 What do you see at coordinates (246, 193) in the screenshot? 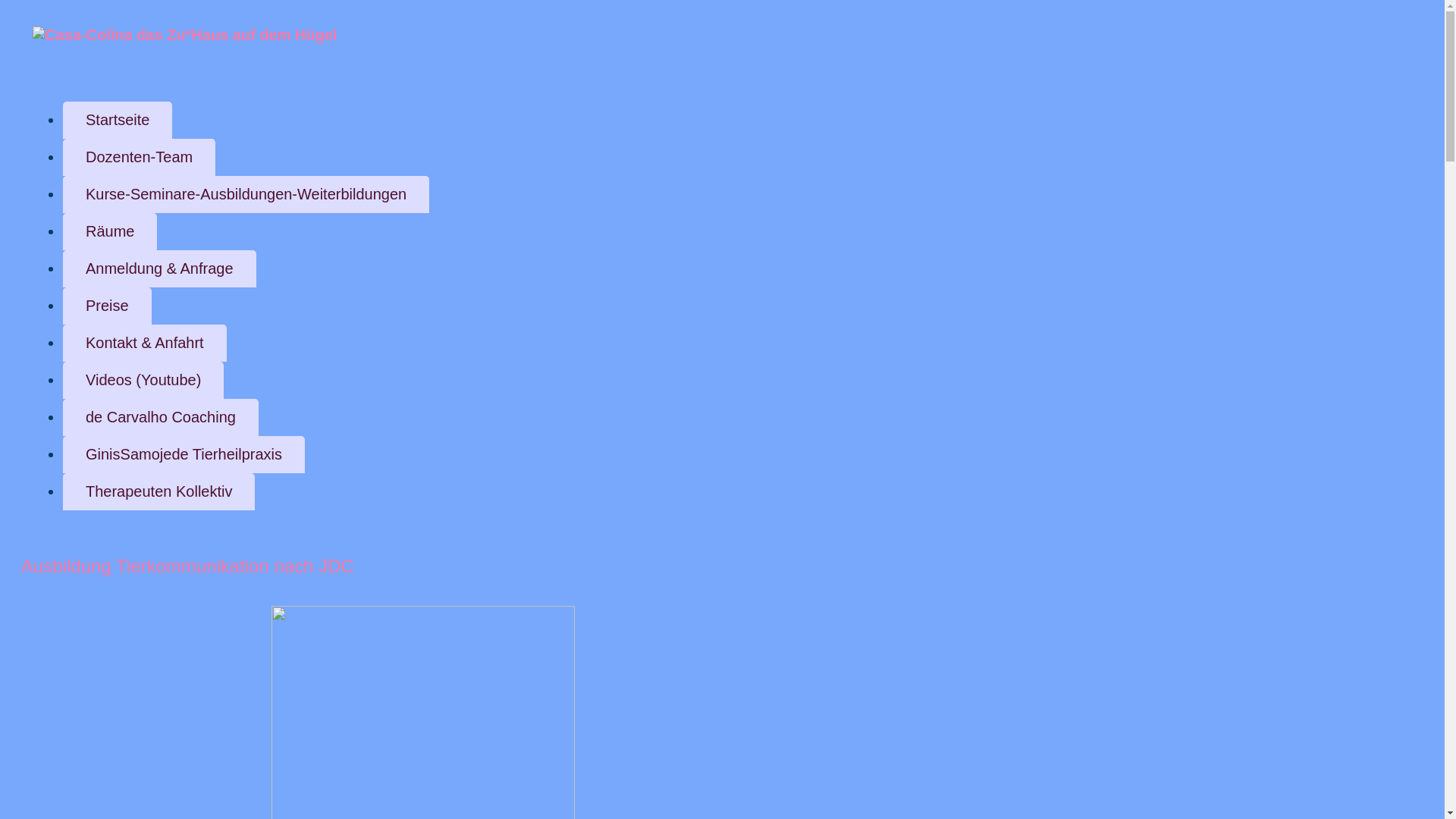
I see `'Kurse-Seminare-Ausbildungen-Weiterbildungen'` at bounding box center [246, 193].